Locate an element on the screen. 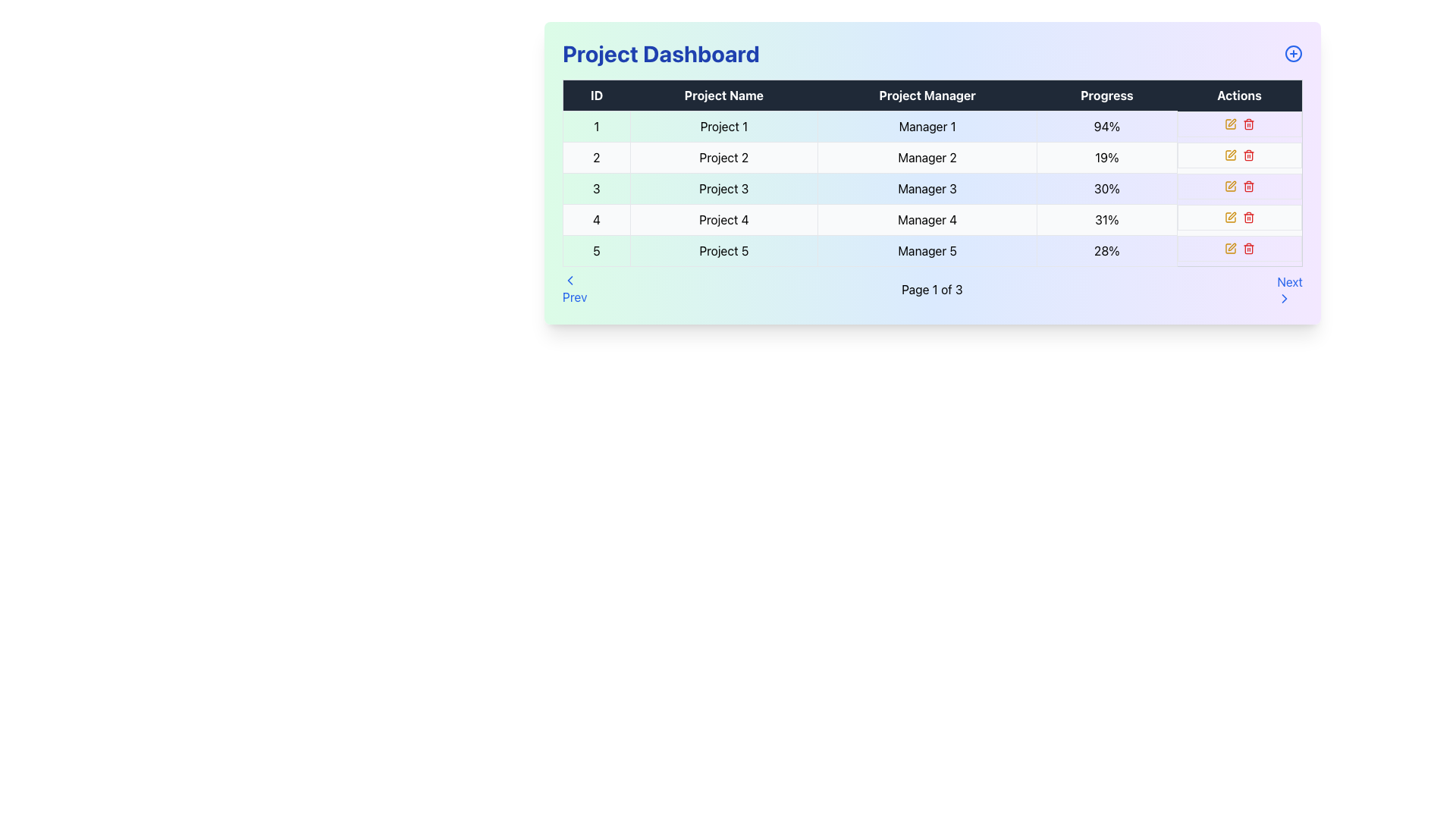 The image size is (1456, 819). the editing icon in the 'Actions' column for 'Project 2' to modify or update its information is located at coordinates (1230, 155).